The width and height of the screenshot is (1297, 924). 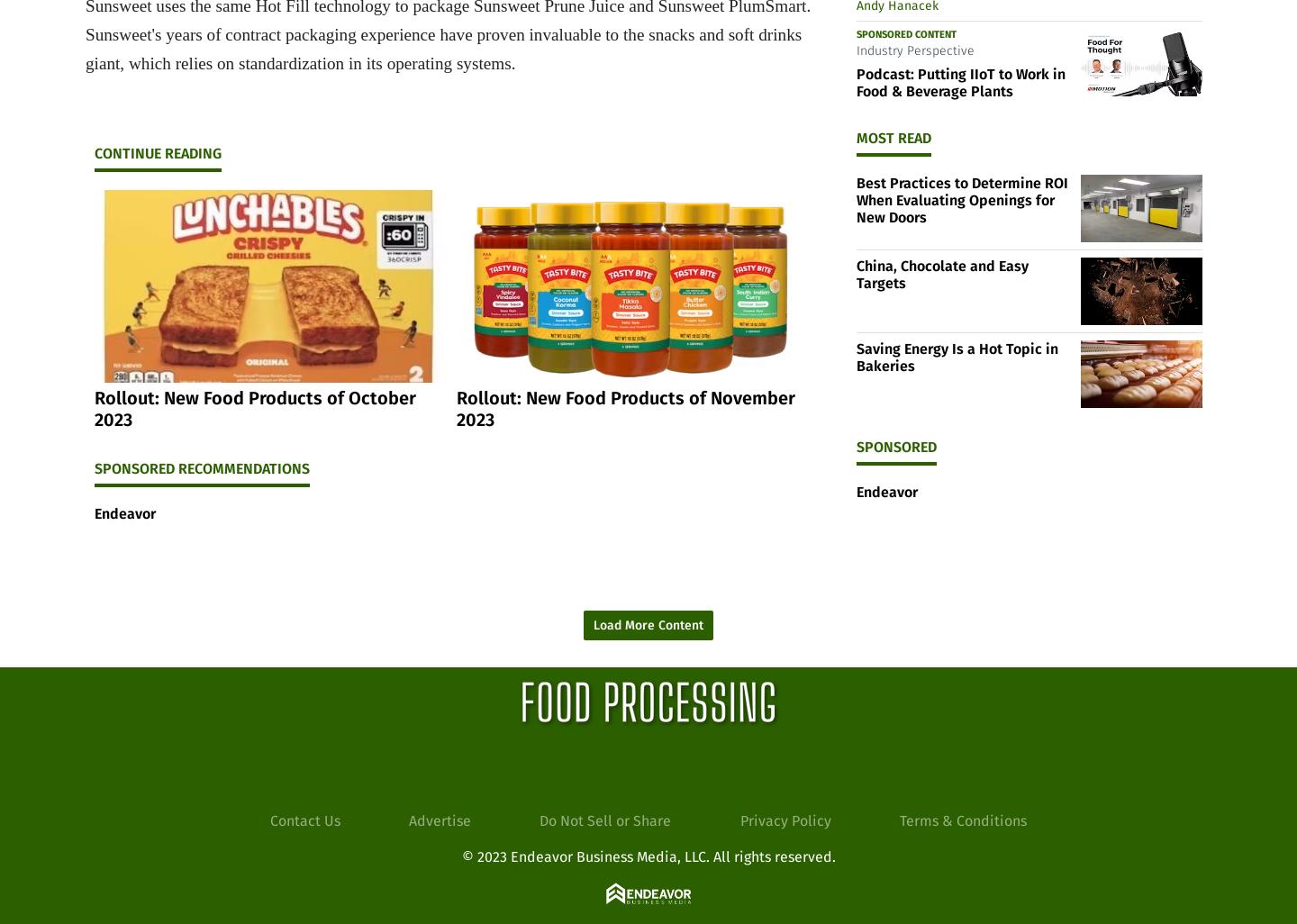 I want to click on '© 2023 Endeavor Business Media, LLC. All rights reserved.', so click(x=648, y=856).